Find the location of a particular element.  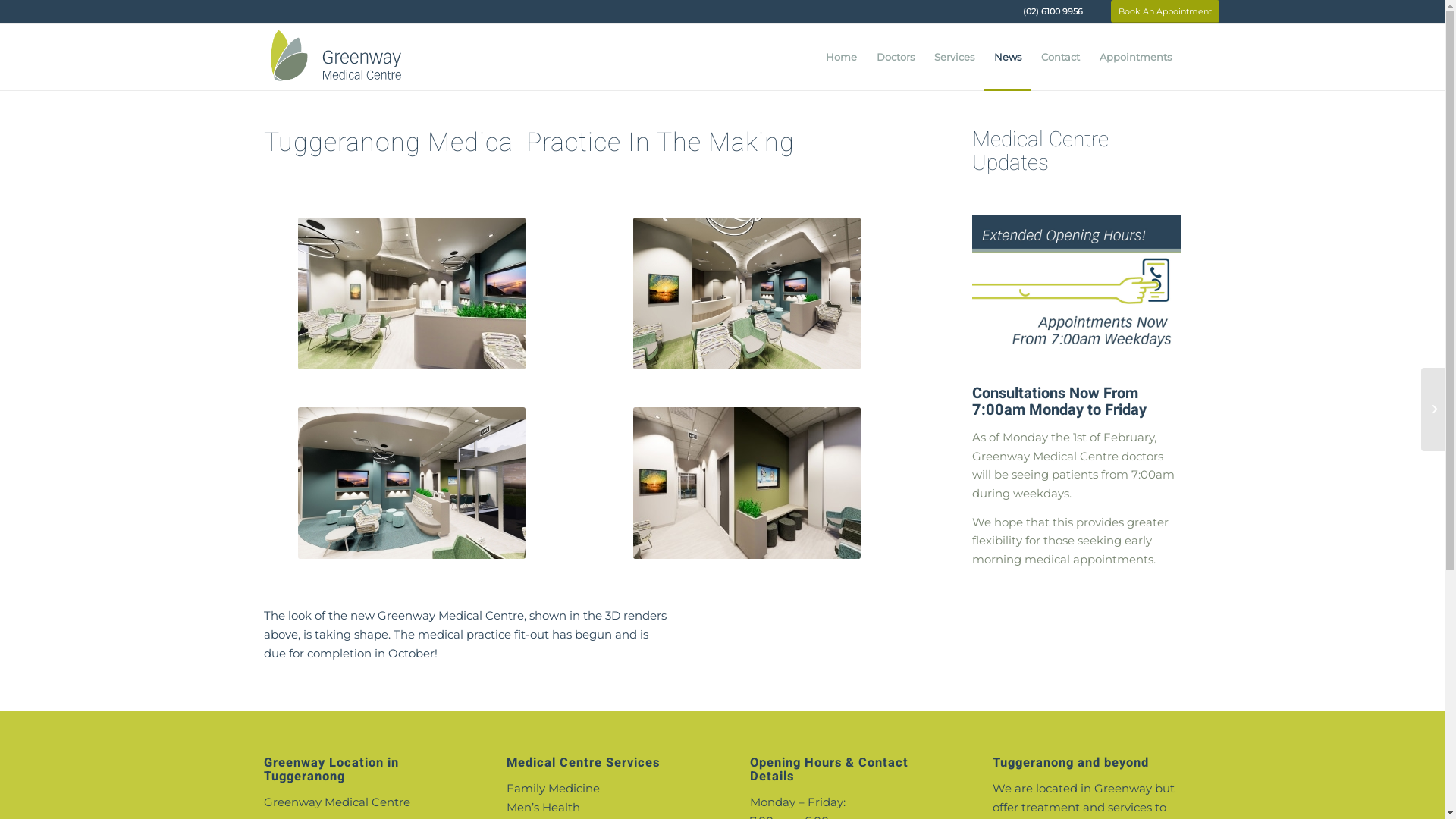

'Book An Appointment' is located at coordinates (1163, 11).